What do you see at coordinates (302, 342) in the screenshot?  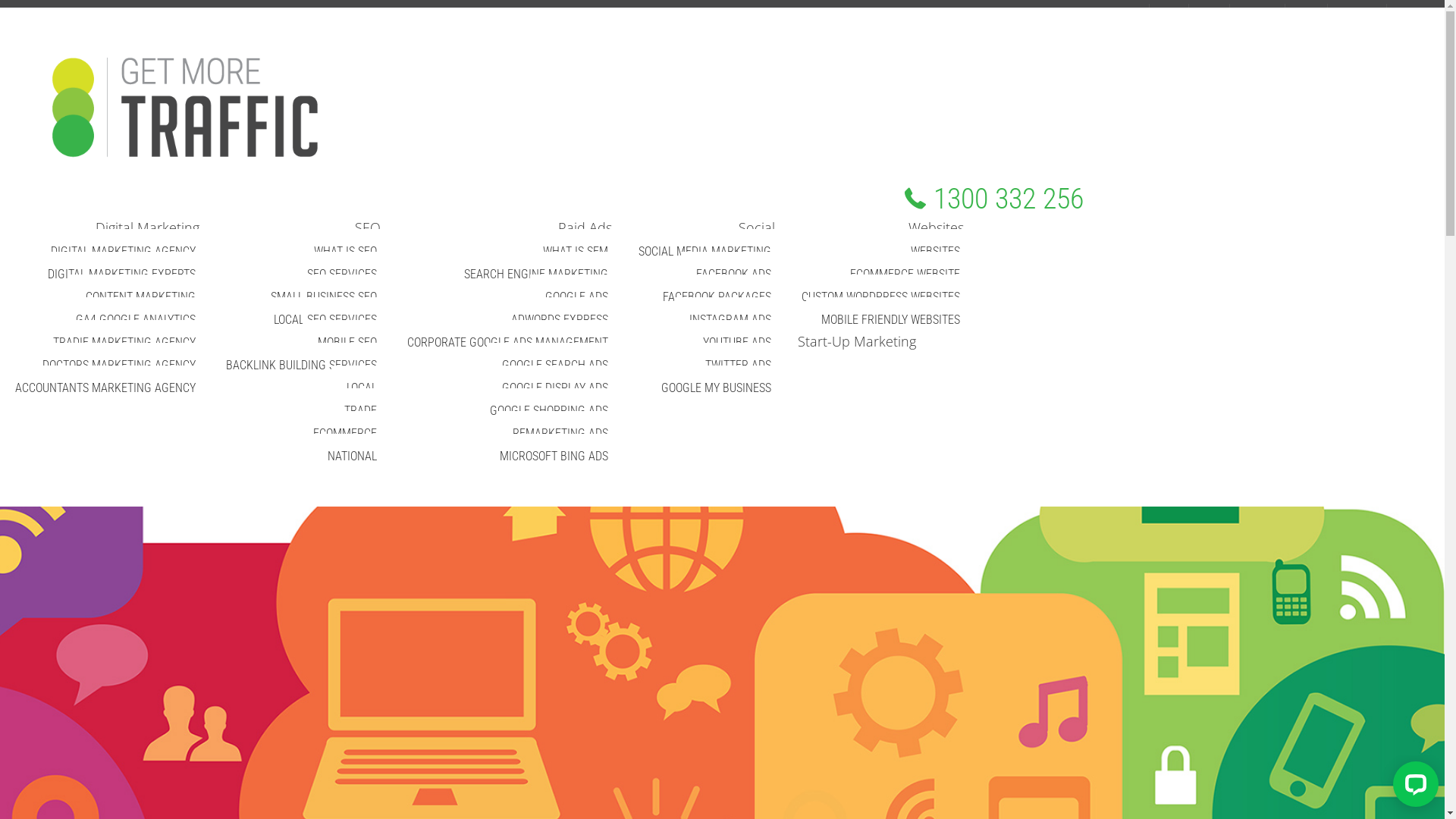 I see `'MOBILE SEO'` at bounding box center [302, 342].